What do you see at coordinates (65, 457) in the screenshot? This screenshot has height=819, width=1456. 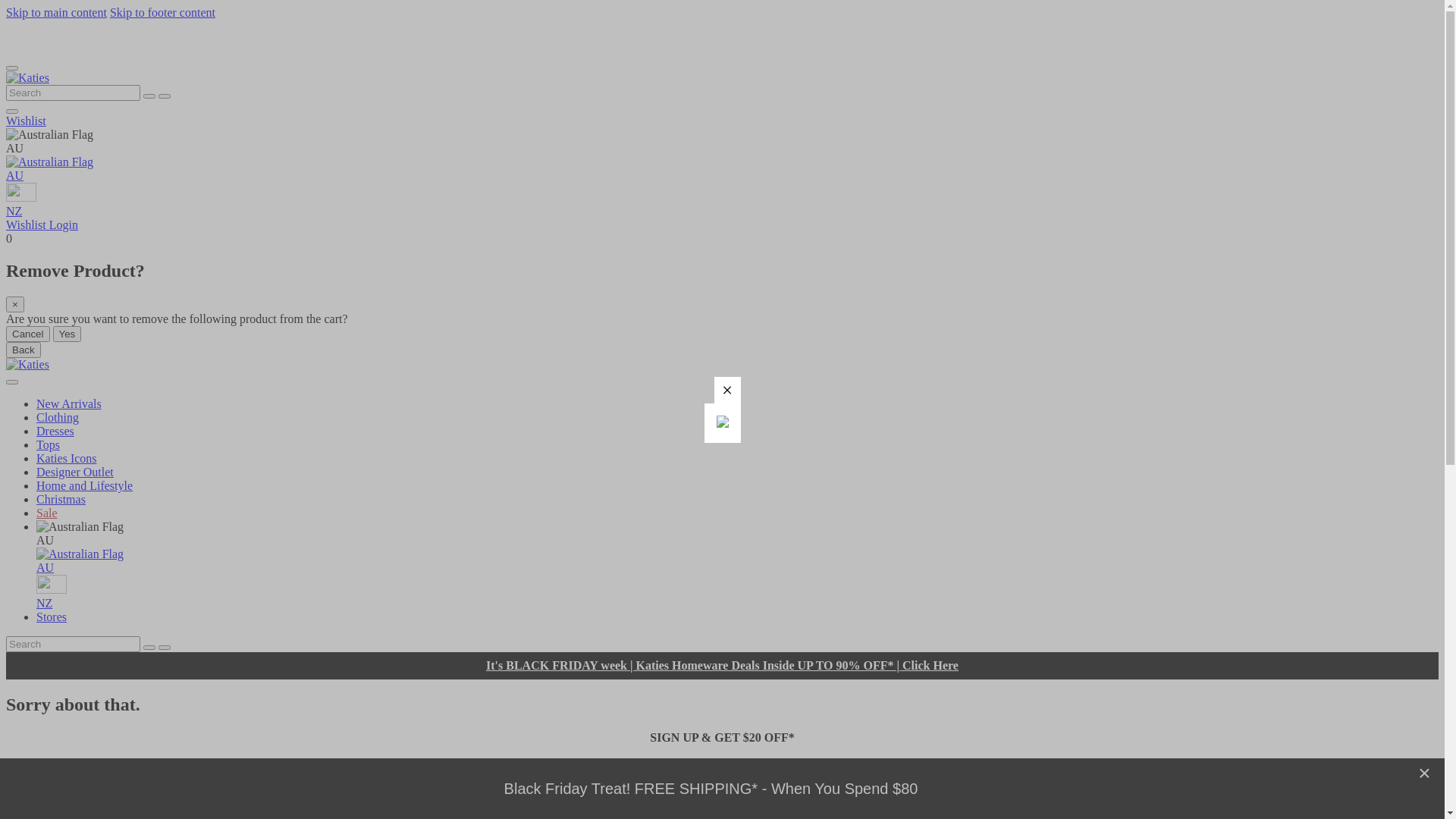 I see `'Katies Icons'` at bounding box center [65, 457].